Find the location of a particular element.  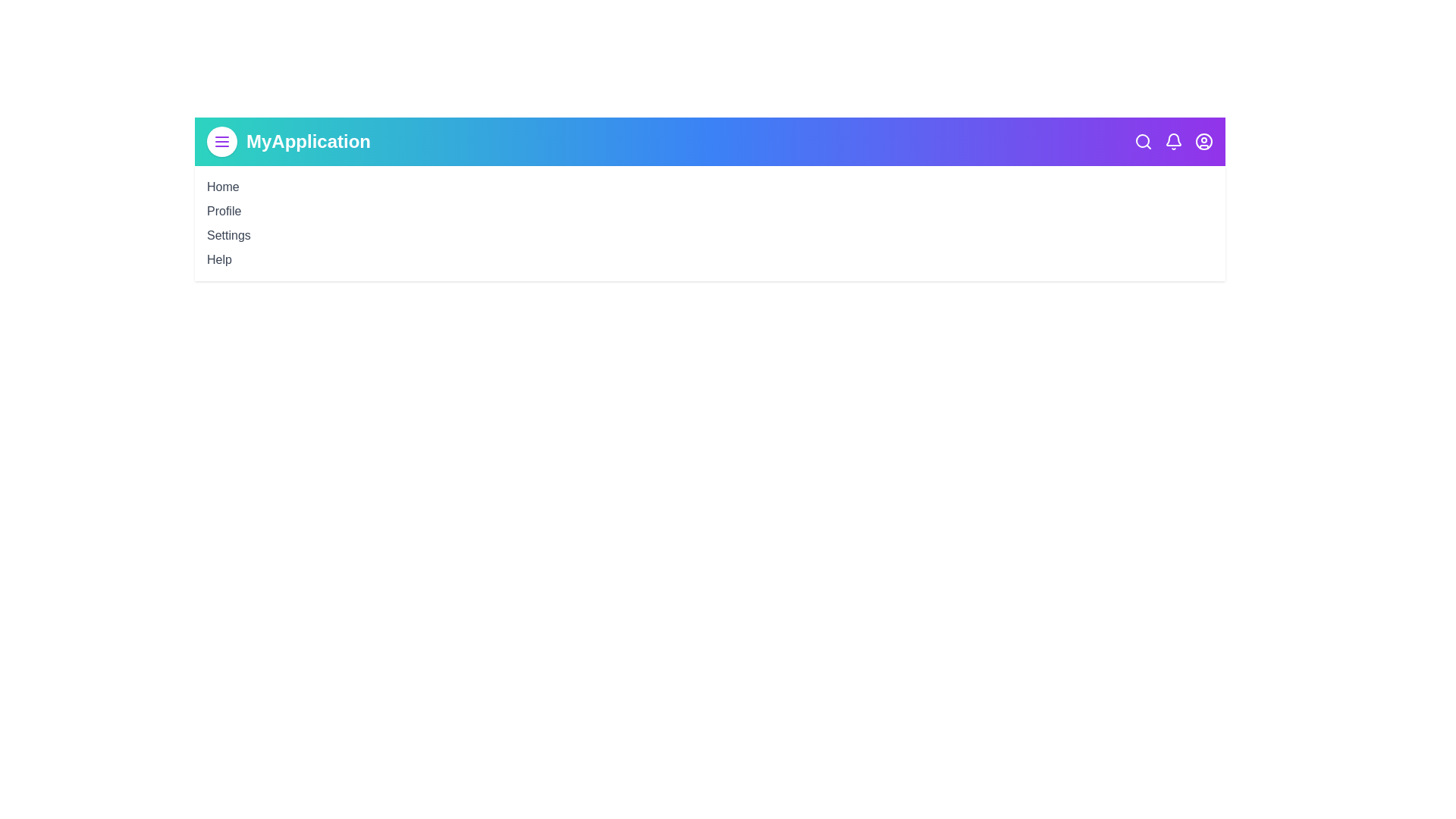

the search icon to initiate a search is located at coordinates (1143, 141).